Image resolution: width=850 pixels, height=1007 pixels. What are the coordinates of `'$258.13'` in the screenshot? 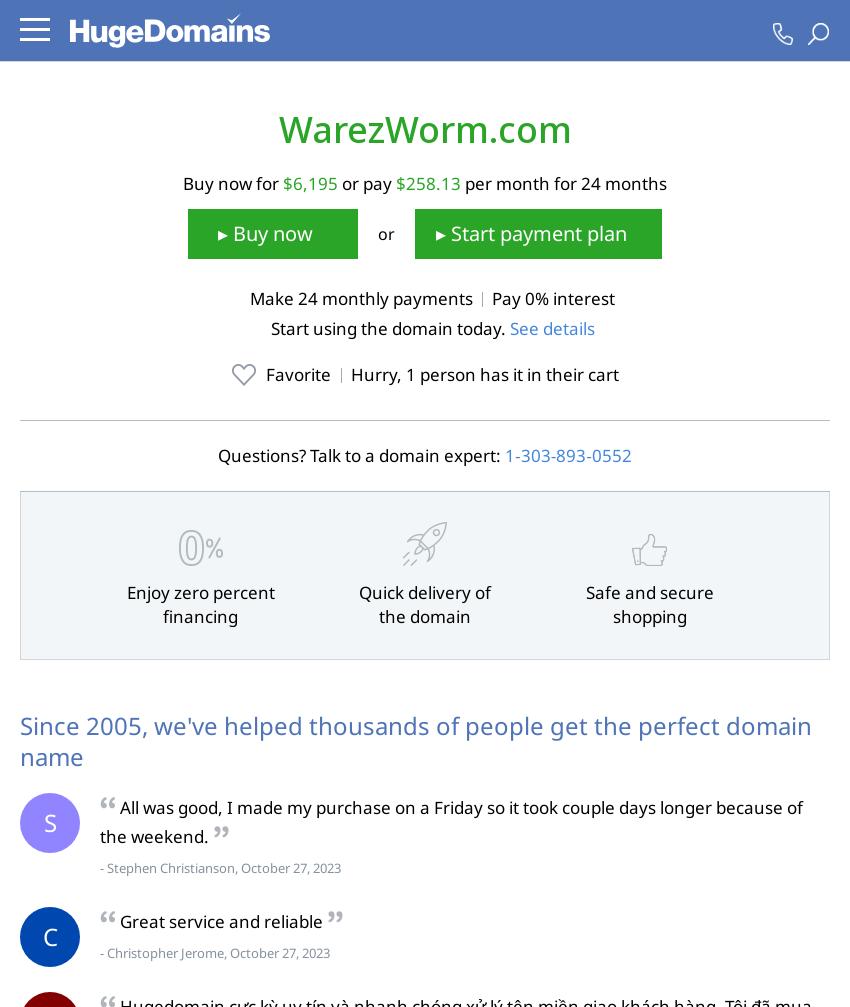 It's located at (427, 182).